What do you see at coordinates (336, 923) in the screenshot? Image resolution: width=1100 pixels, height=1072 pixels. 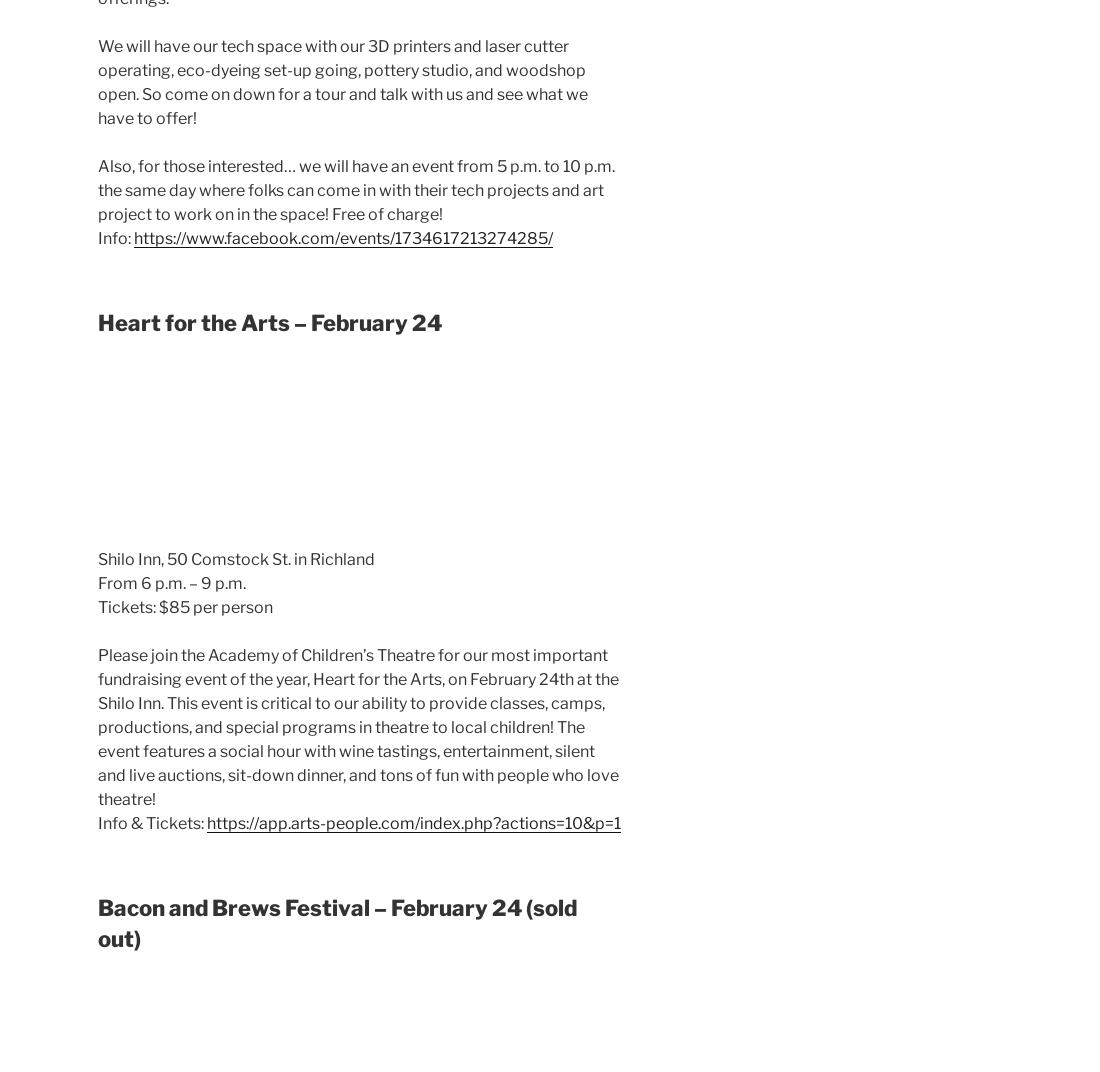 I see `'Bacon and Brews Festival – February 24 (sold out)'` at bounding box center [336, 923].